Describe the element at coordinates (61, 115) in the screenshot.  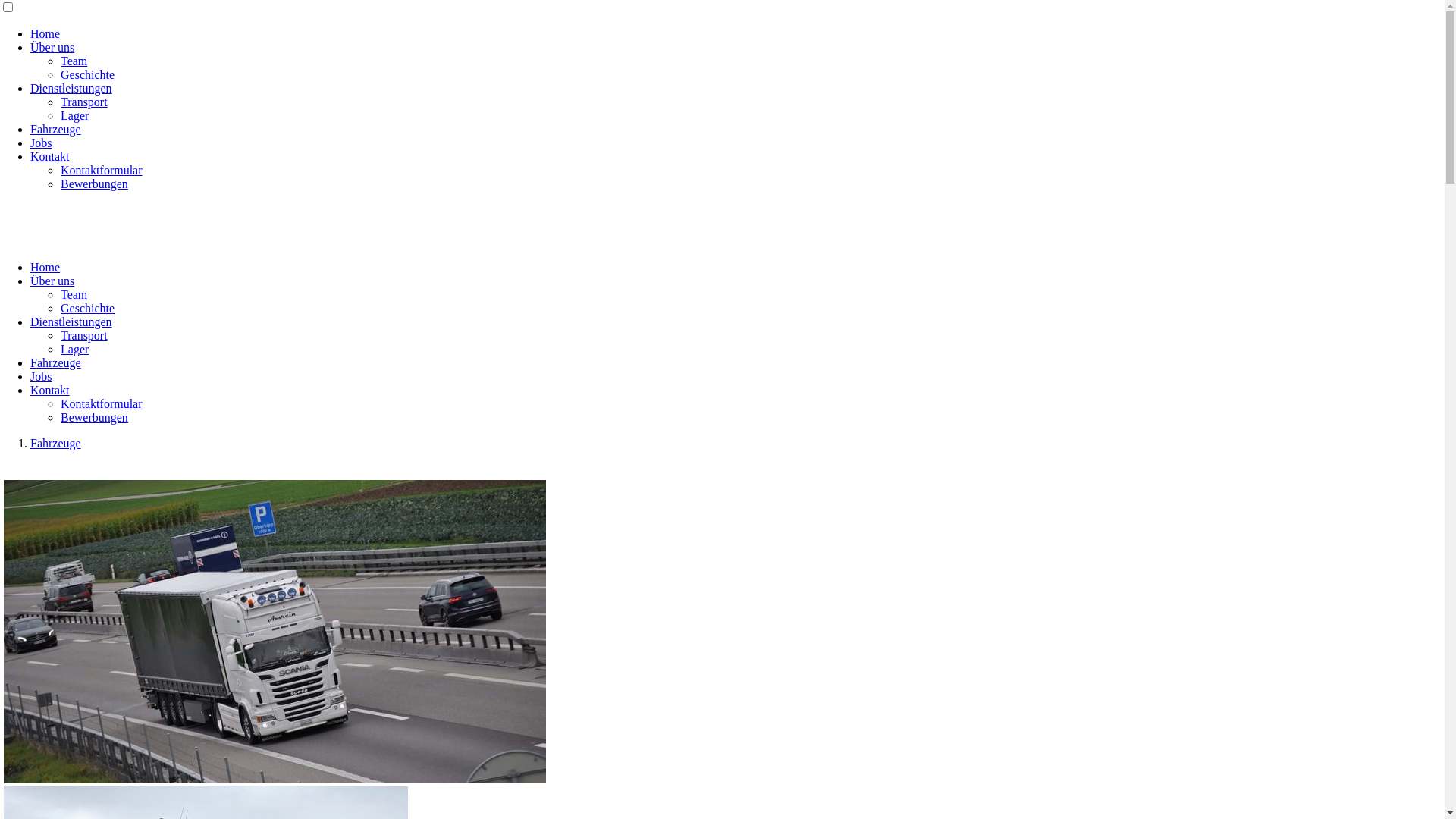
I see `'Lager'` at that location.